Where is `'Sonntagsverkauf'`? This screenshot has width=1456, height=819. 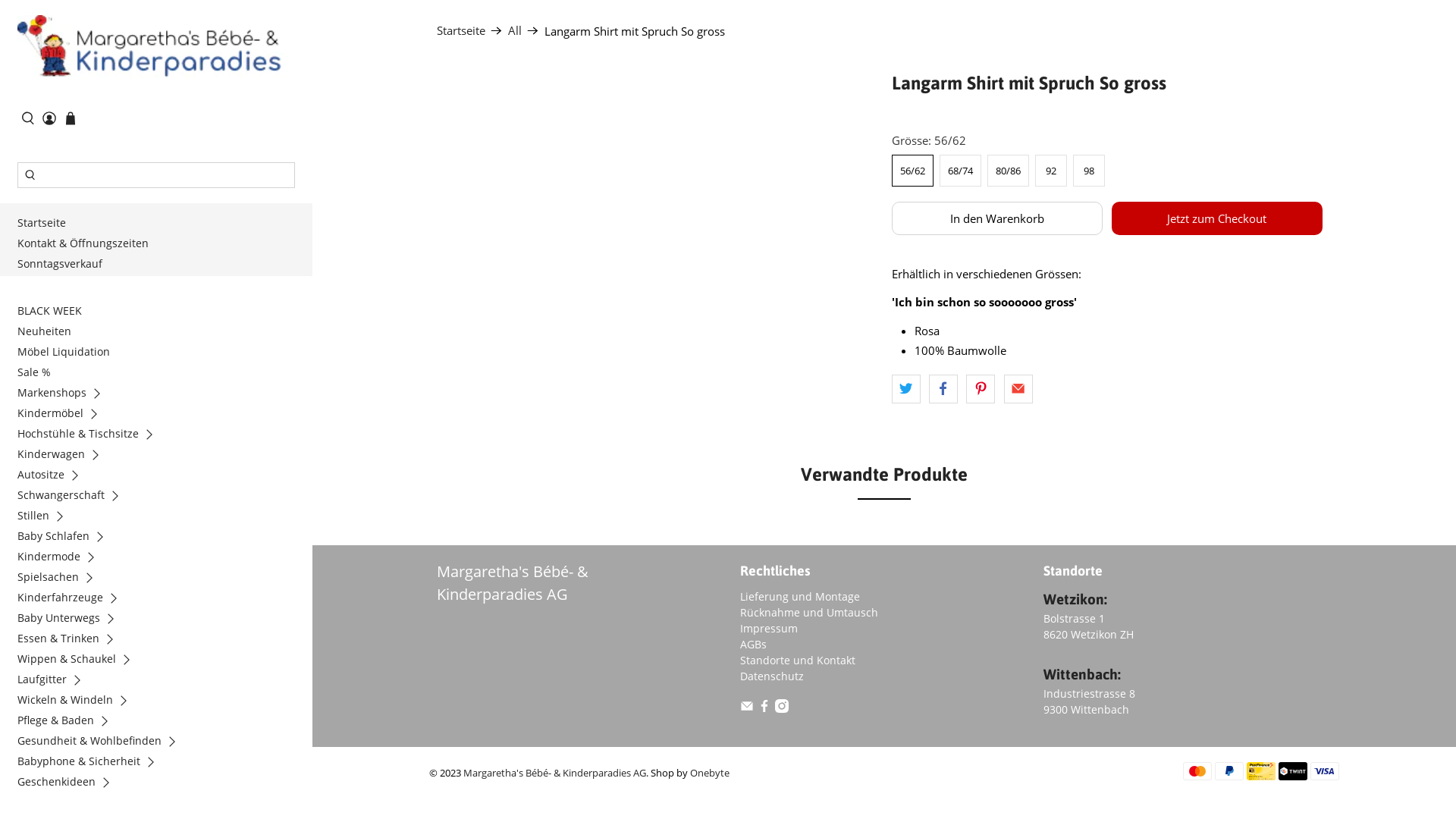
'Sonntagsverkauf' is located at coordinates (62, 265).